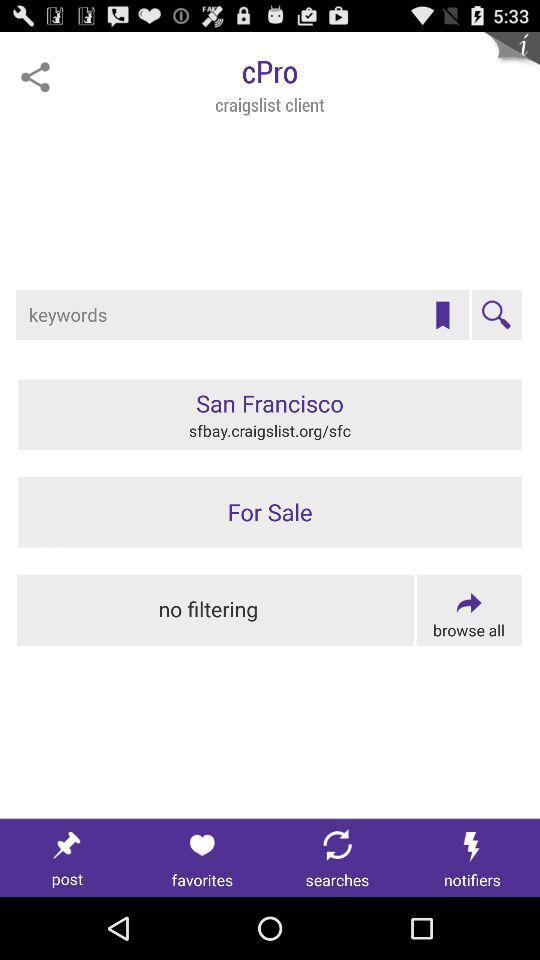  Describe the element at coordinates (270, 511) in the screenshot. I see `for sale filter option` at that location.